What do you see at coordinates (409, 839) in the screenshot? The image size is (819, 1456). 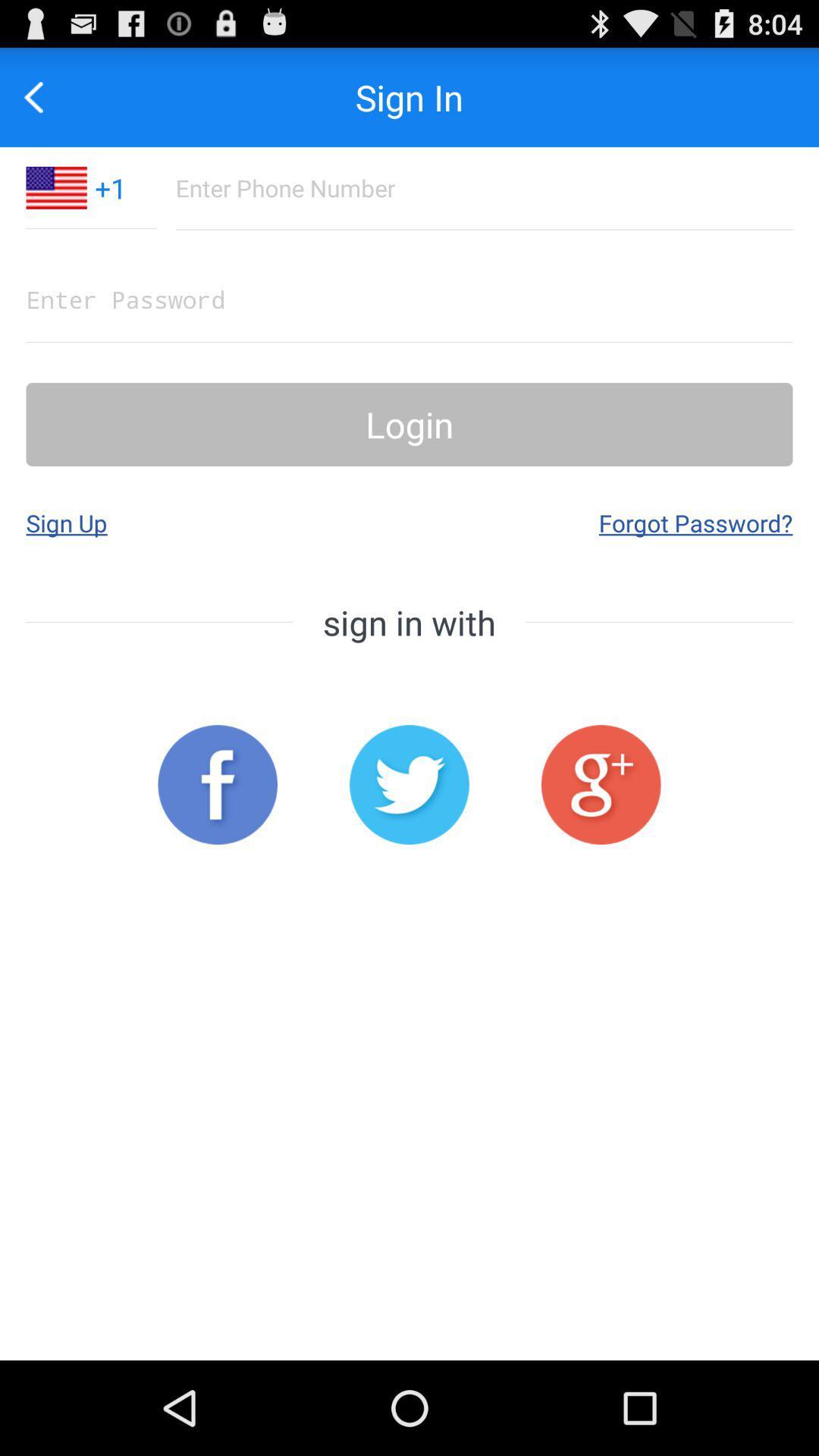 I see `the twitter icon` at bounding box center [409, 839].